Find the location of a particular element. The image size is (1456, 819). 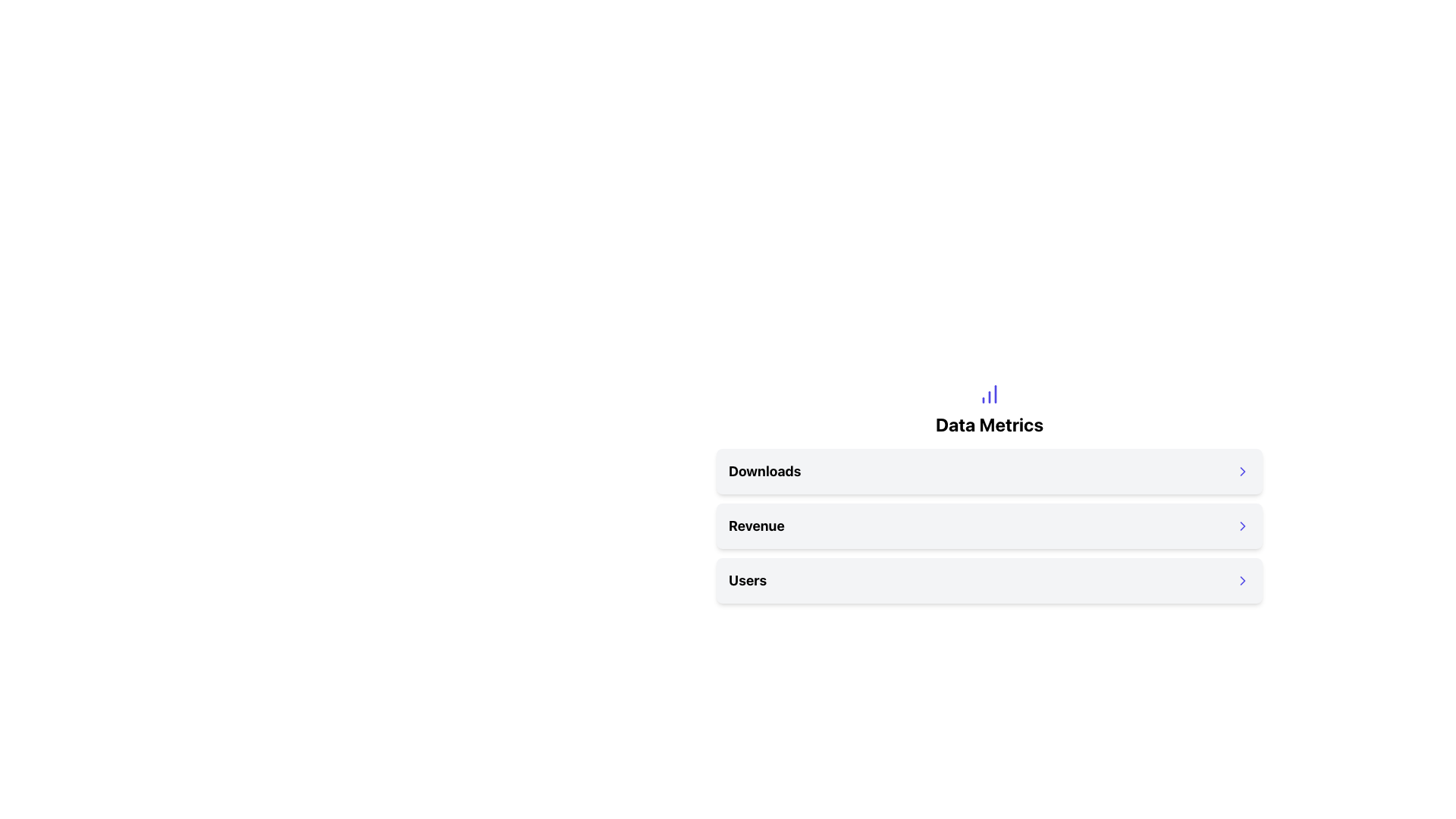

the icon located to the far right of the 'Users' row in the 'Data Metrics' section is located at coordinates (1242, 580).